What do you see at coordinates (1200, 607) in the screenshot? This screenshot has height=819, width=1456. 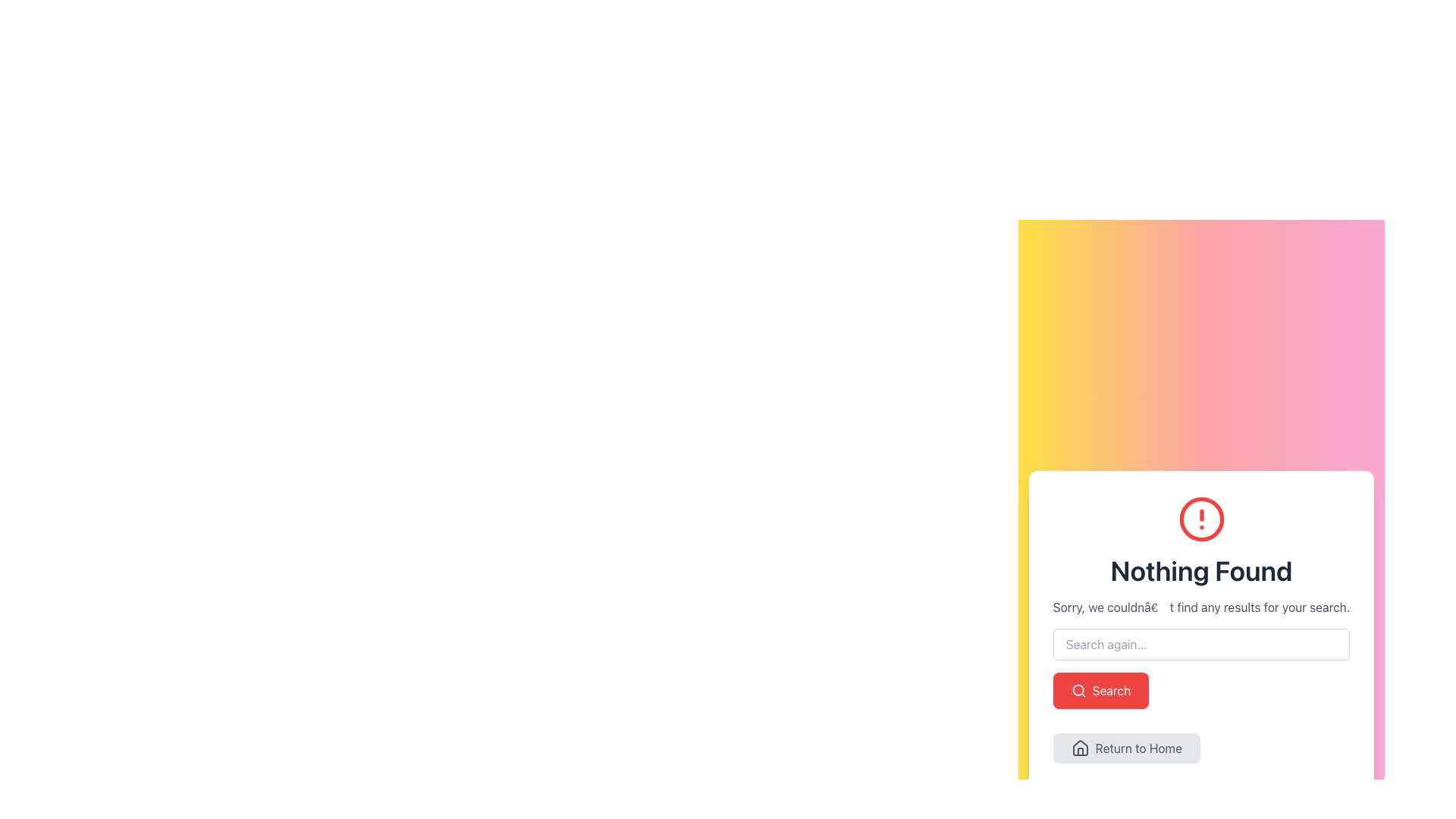 I see `text message saying 'Sorry, we couldn’t find any results for your search.' which is styled with a gray font and positioned below the title 'Nothing Found'` at bounding box center [1200, 607].